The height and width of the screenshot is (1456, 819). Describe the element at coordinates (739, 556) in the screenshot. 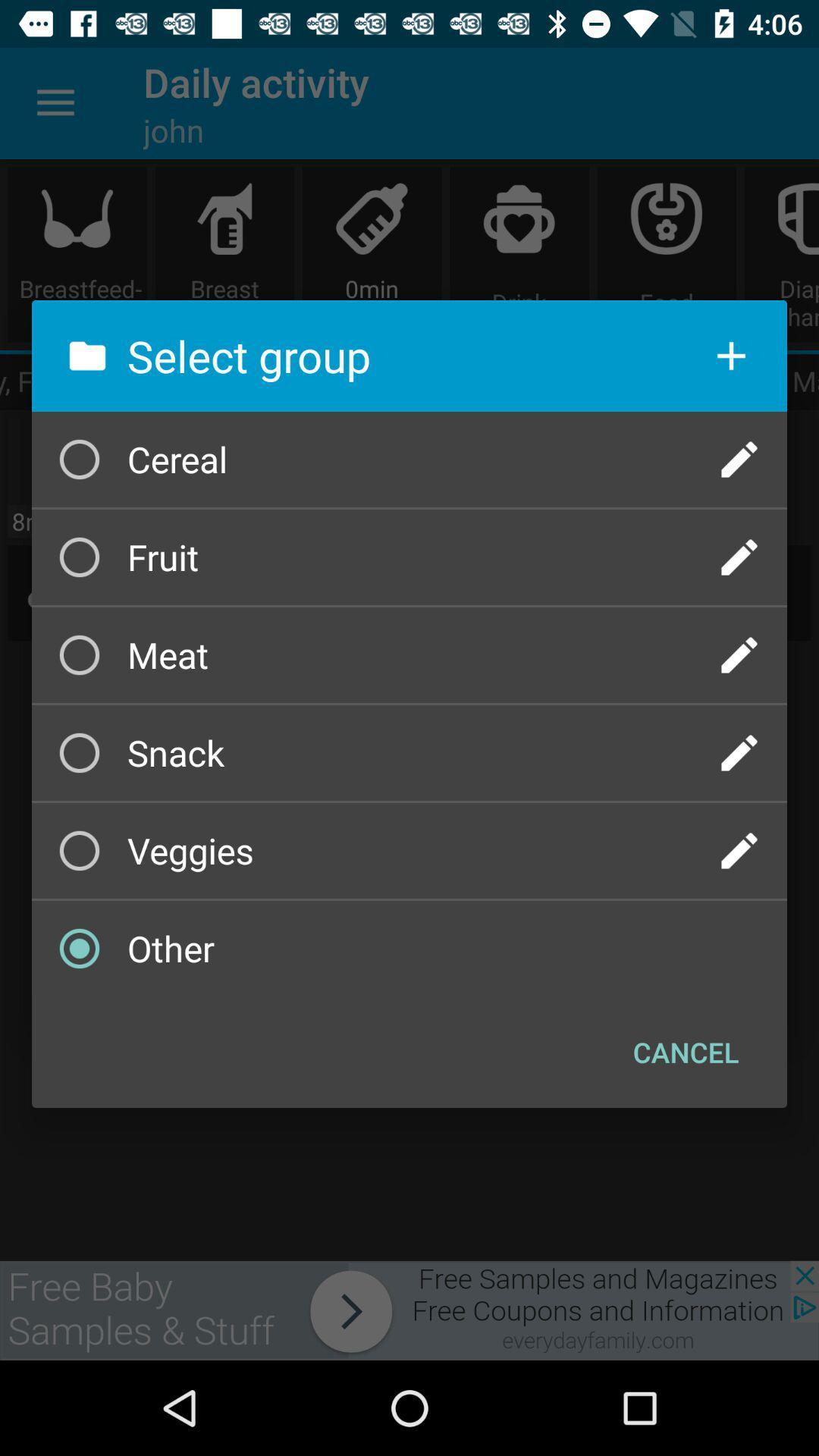

I see `edit group` at that location.